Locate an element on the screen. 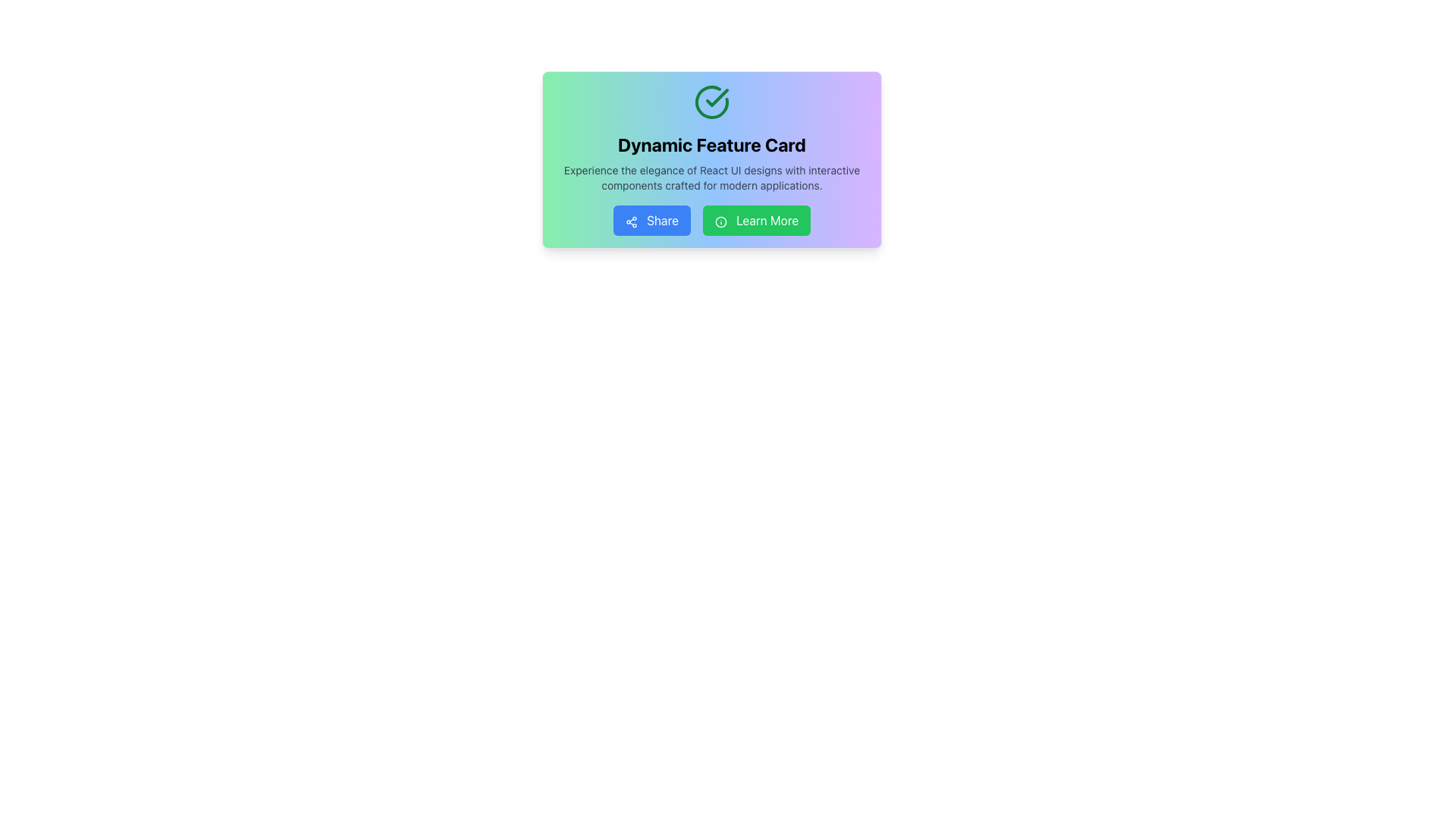 Image resolution: width=1456 pixels, height=819 pixels. the share button located on the left side of a horizontal group of two buttons at the bottom center of the card is located at coordinates (651, 220).